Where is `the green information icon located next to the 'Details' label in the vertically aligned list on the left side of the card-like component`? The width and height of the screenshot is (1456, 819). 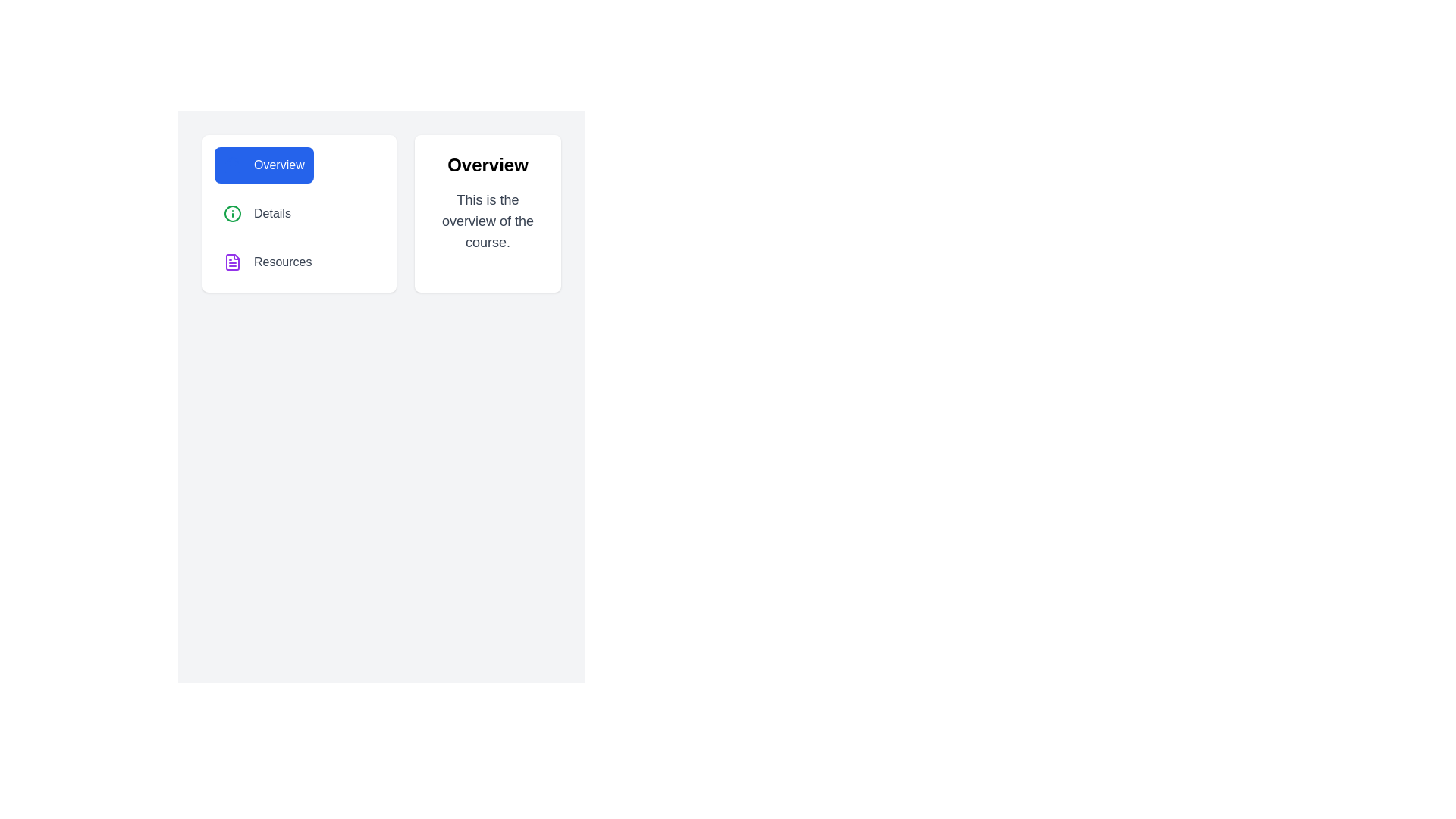
the green information icon located next to the 'Details' label in the vertically aligned list on the left side of the card-like component is located at coordinates (232, 213).